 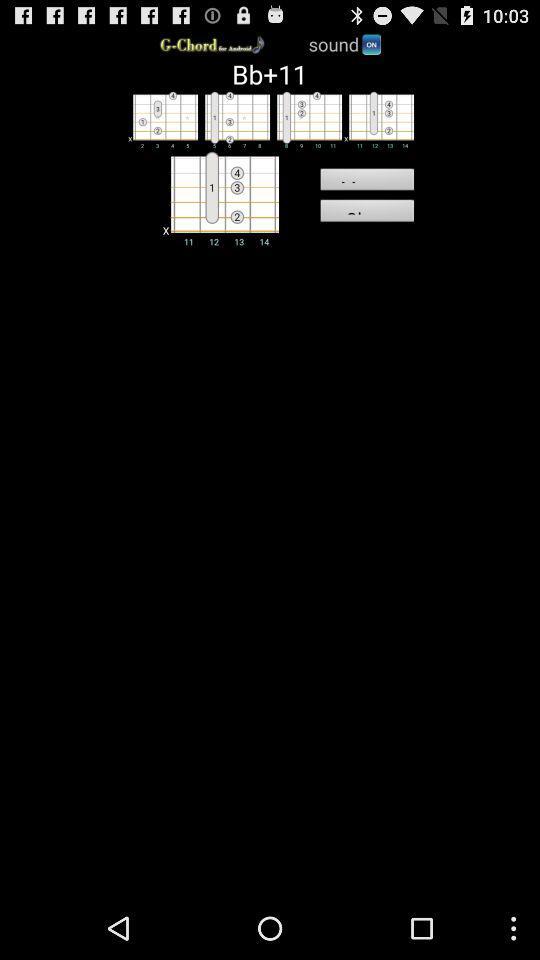 I want to click on or go to memo, so click(x=378, y=119).